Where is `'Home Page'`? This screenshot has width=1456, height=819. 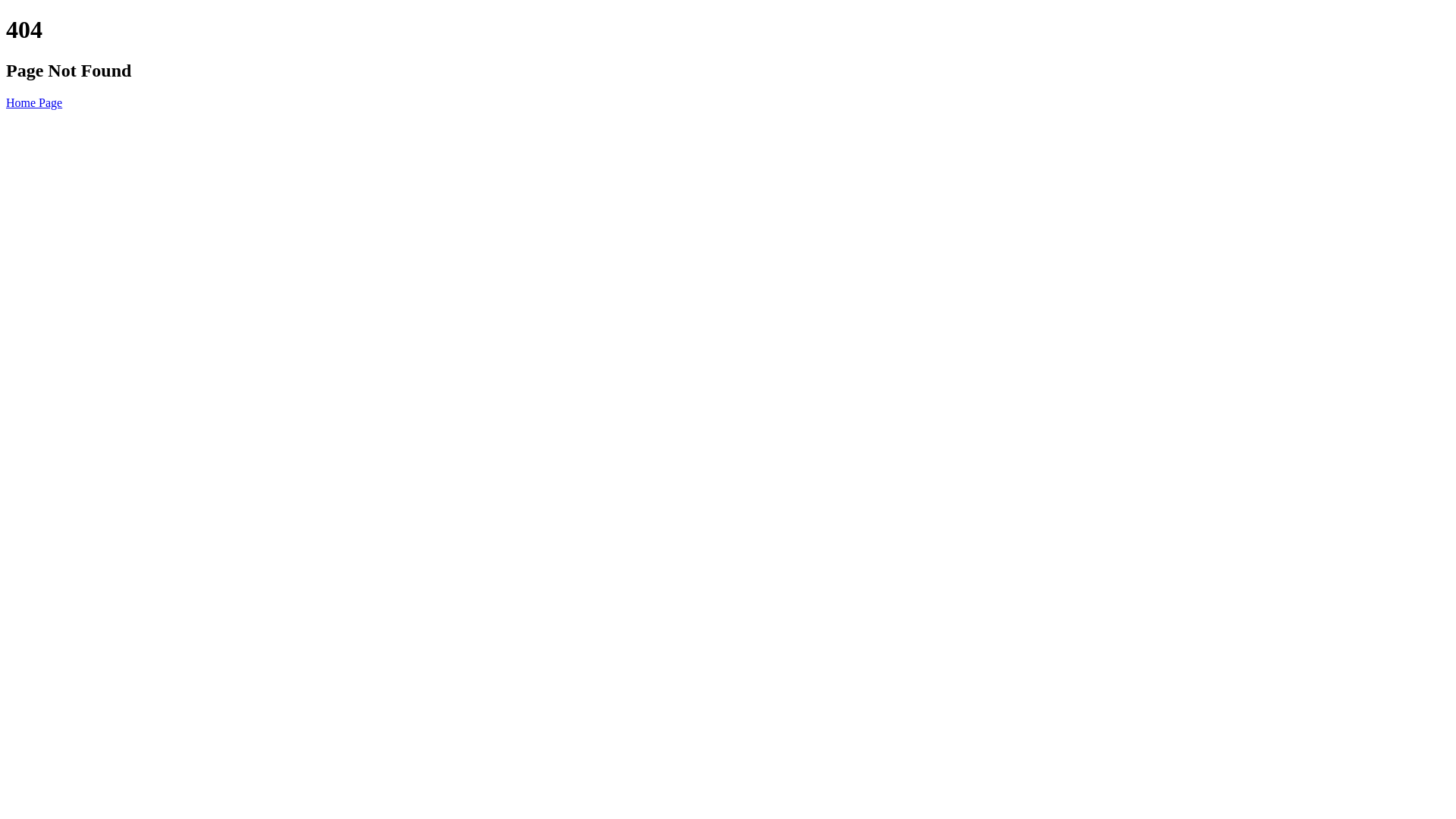 'Home Page' is located at coordinates (33, 102).